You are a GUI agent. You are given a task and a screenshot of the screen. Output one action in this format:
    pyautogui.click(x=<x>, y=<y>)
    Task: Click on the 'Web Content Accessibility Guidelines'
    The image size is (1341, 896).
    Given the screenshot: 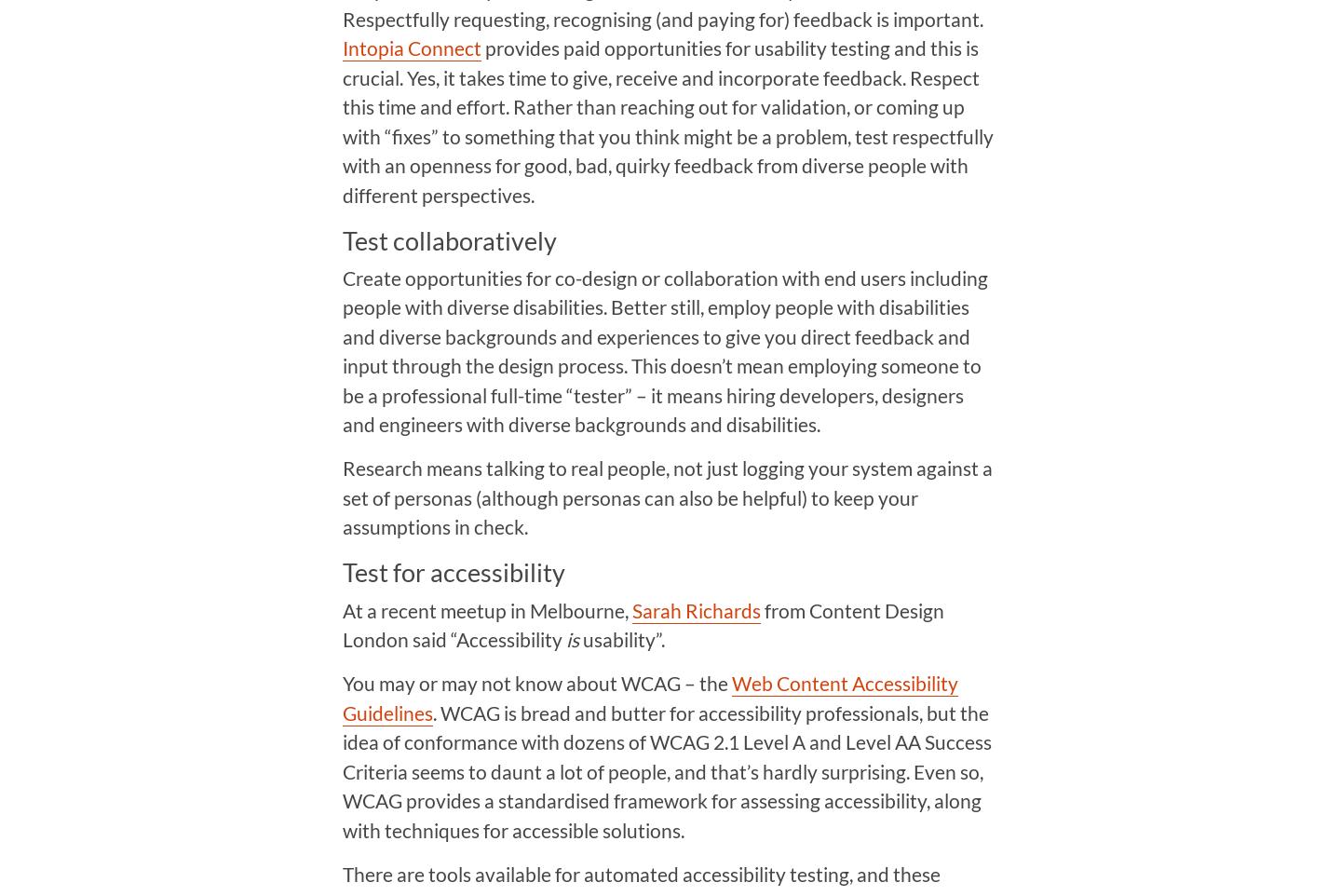 What is the action you would take?
    pyautogui.click(x=649, y=698)
    